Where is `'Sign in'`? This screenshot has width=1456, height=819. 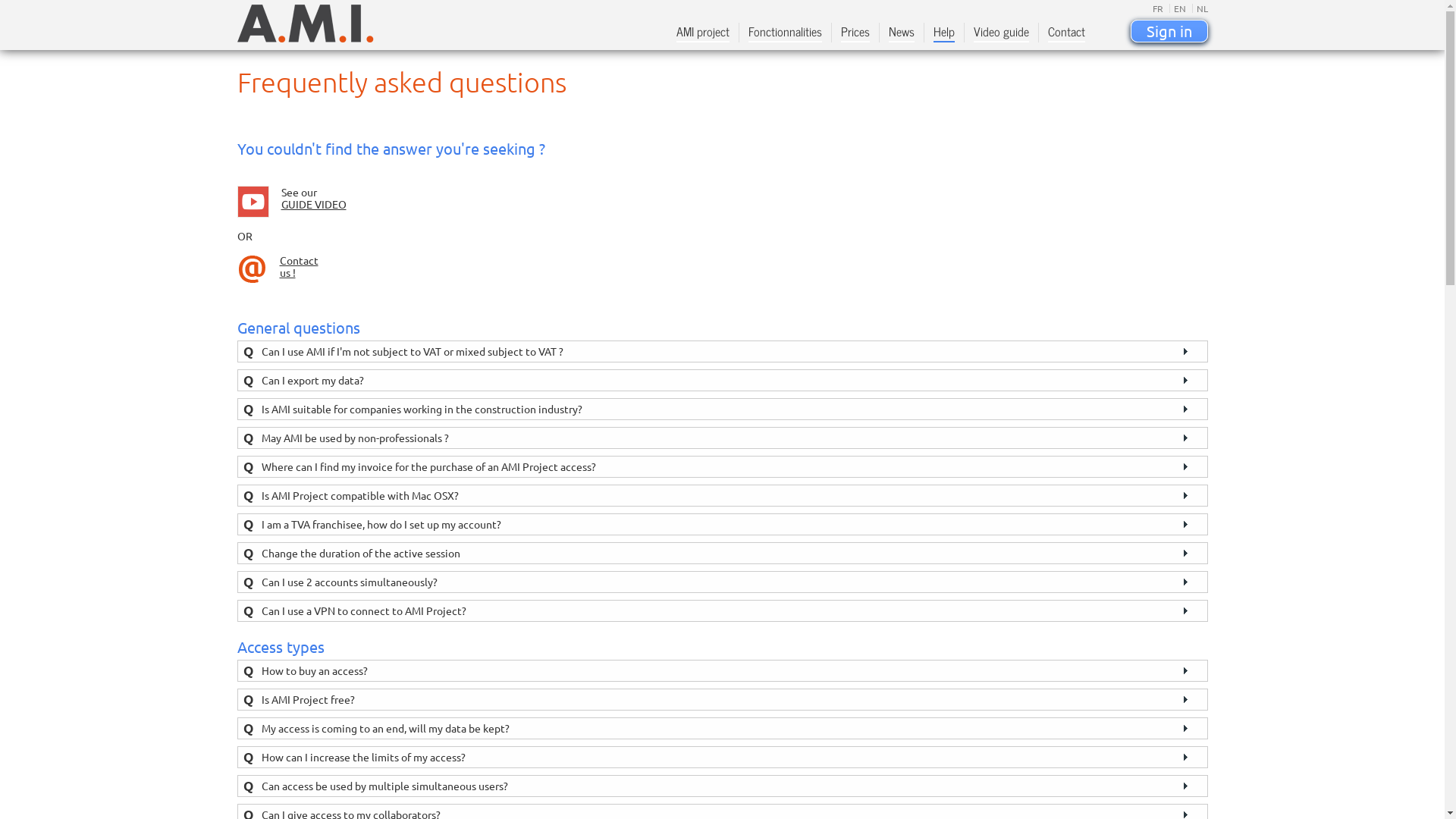 'Sign in' is located at coordinates (1129, 31).